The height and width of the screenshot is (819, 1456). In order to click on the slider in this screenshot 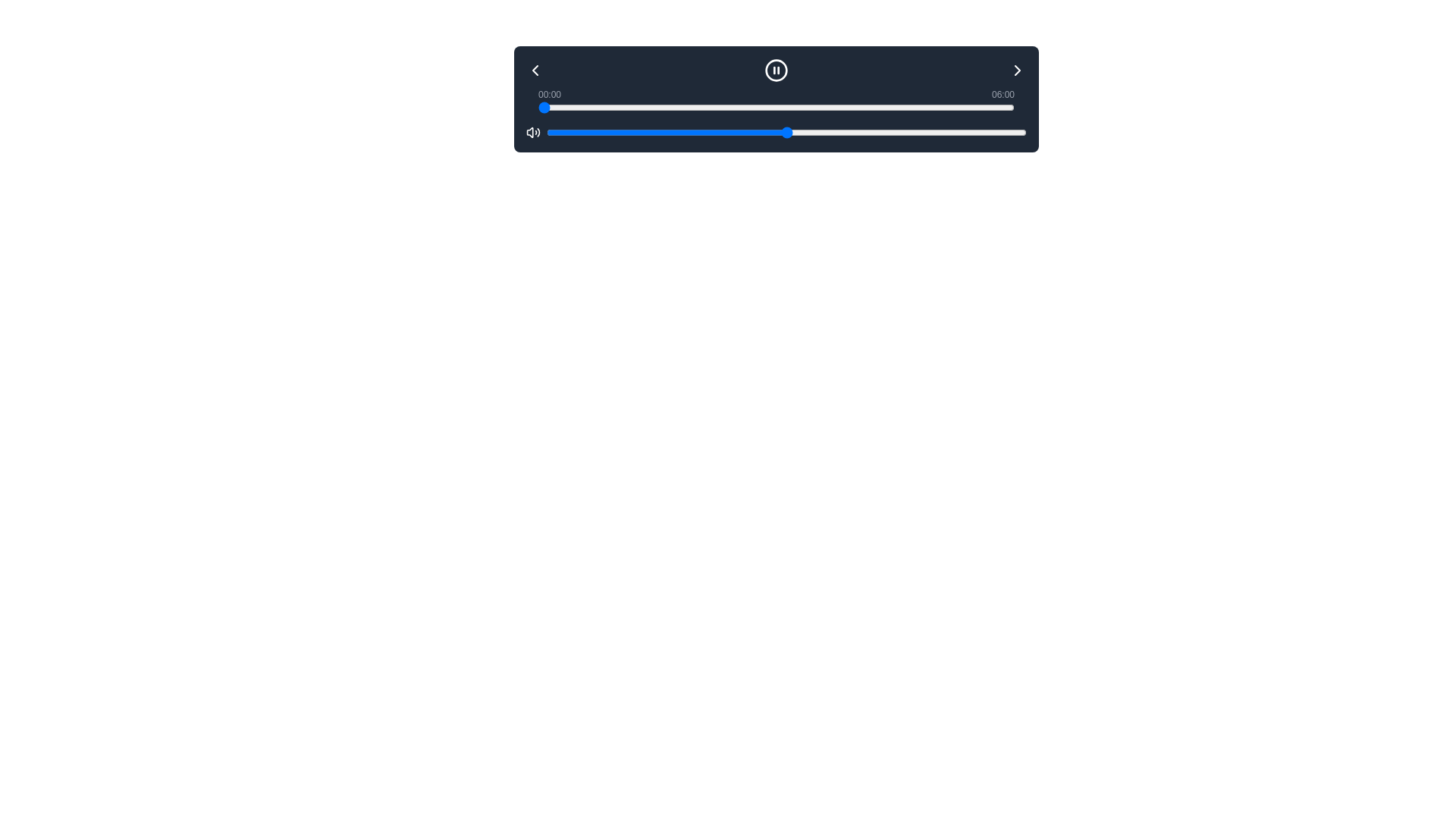, I will do `click(782, 131)`.